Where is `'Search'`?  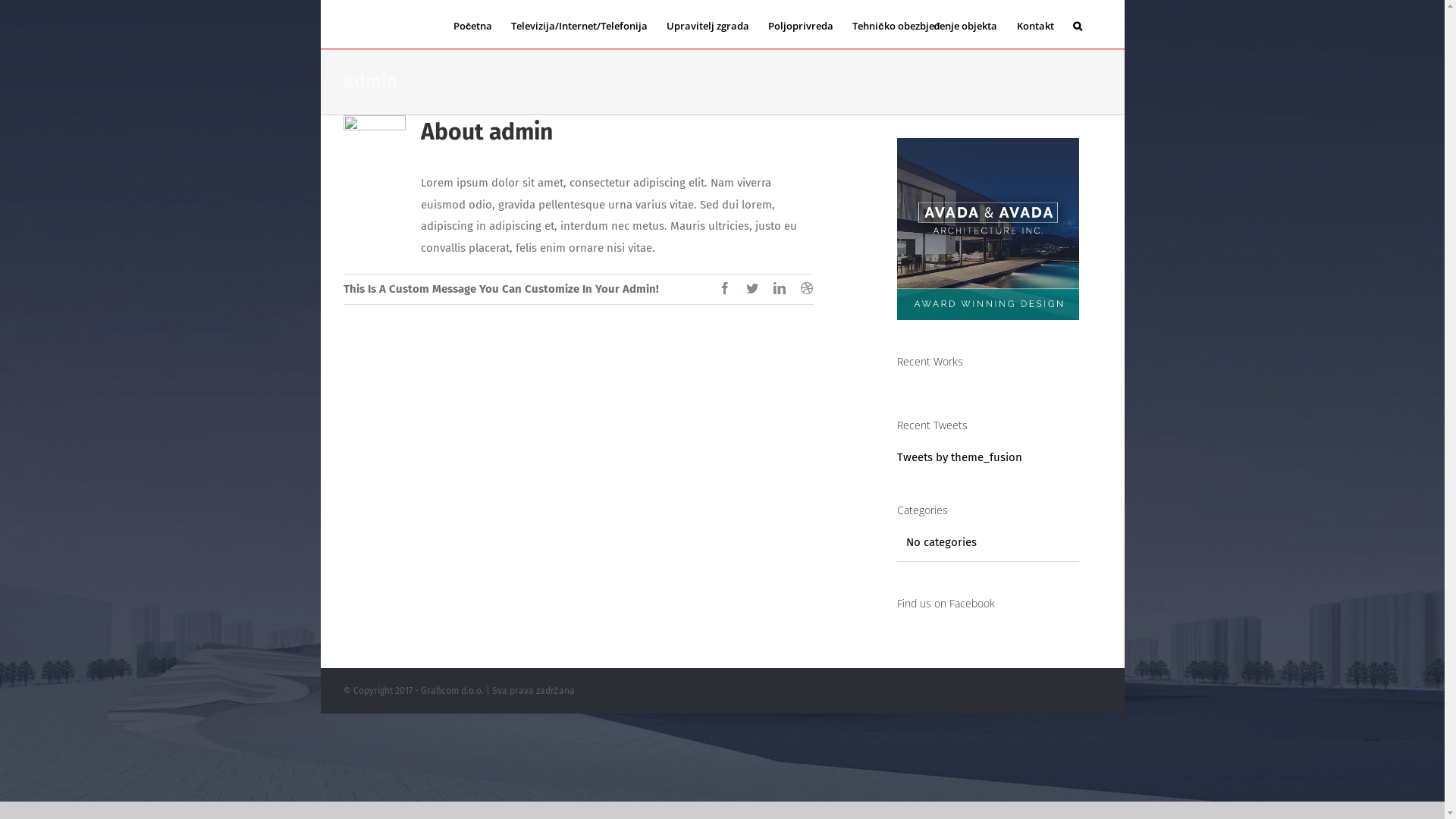 'Search' is located at coordinates (1076, 24).